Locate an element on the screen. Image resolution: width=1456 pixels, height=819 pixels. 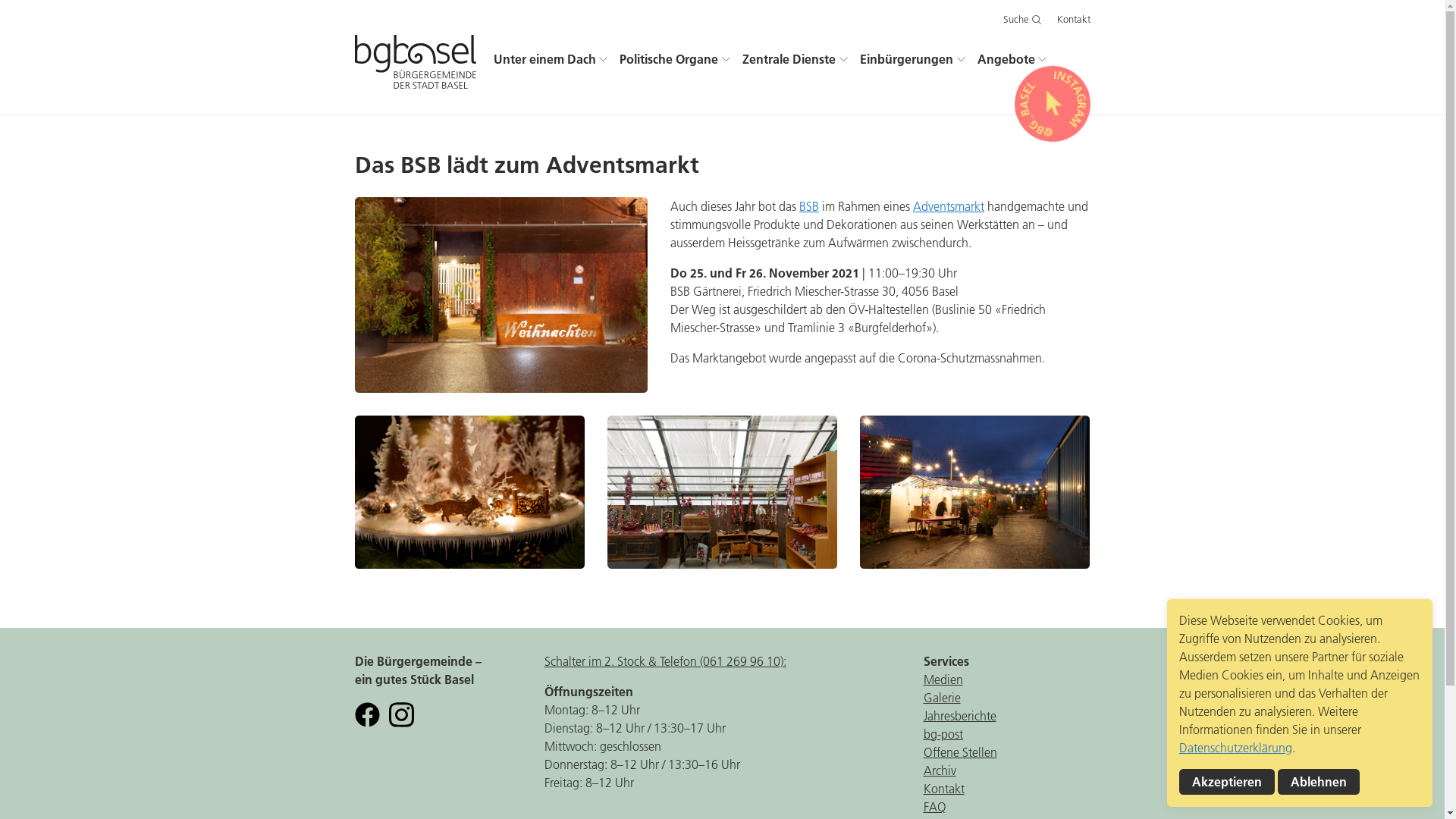
'Kontakt' is located at coordinates (1073, 20).